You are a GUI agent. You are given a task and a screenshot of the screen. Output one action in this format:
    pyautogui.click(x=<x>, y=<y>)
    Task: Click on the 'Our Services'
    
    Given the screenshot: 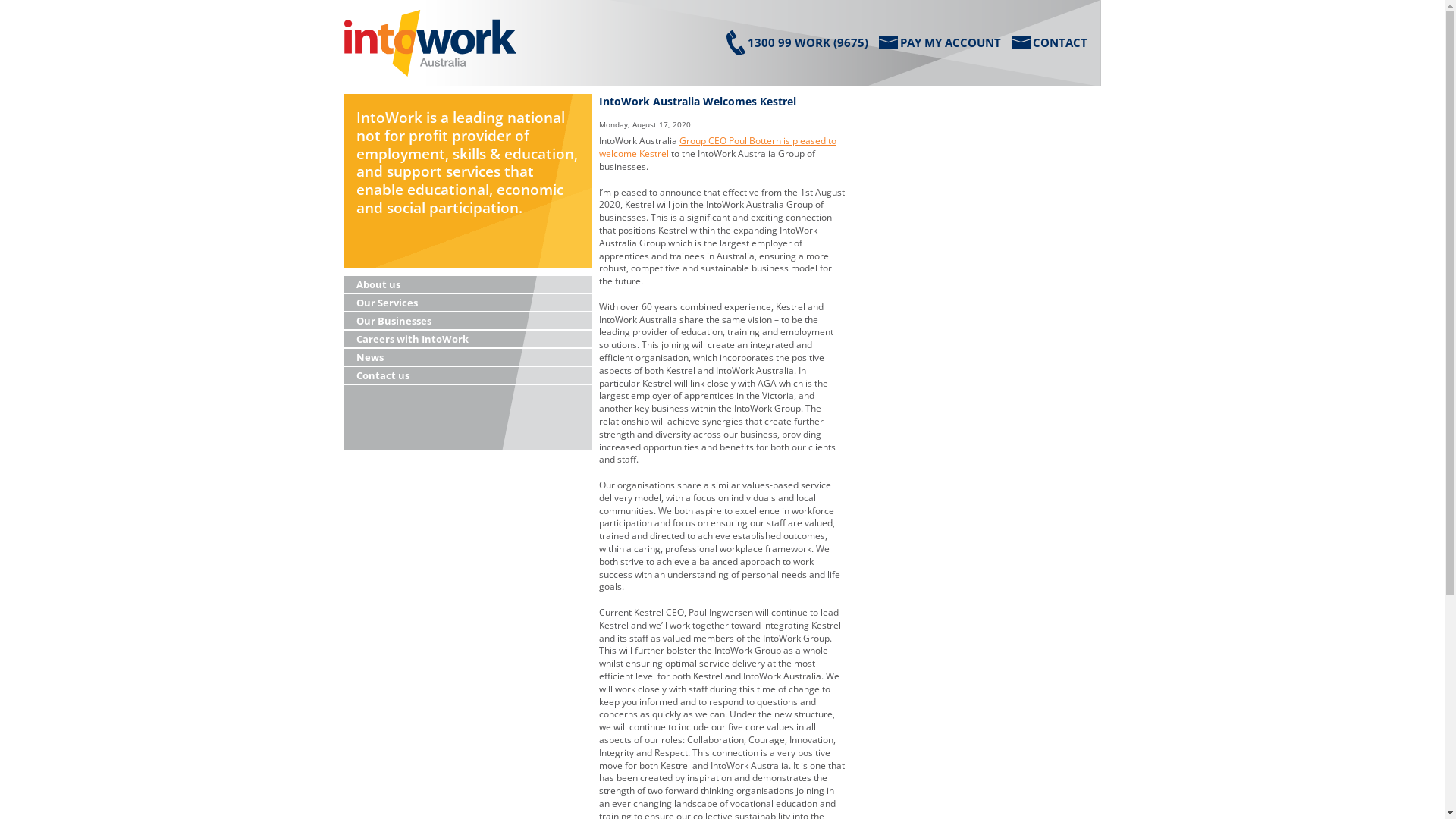 What is the action you would take?
    pyautogui.click(x=467, y=303)
    